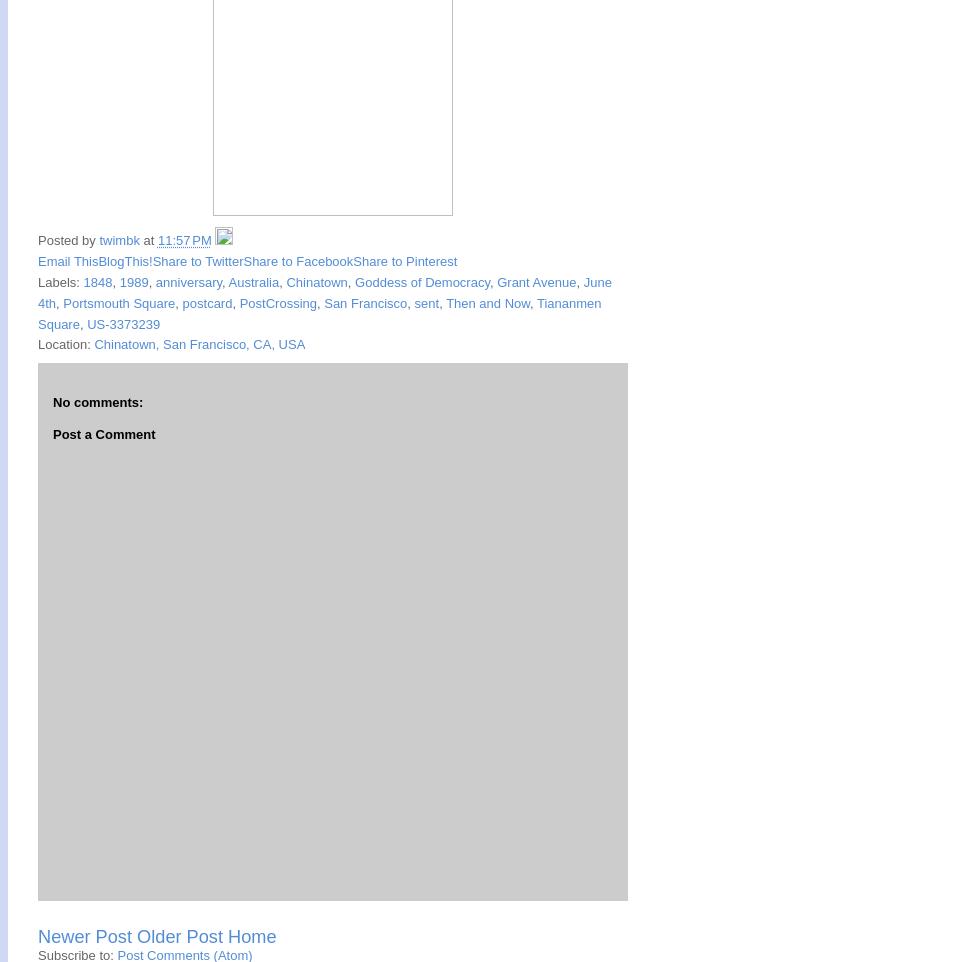  I want to click on '11:57 PM', so click(184, 239).